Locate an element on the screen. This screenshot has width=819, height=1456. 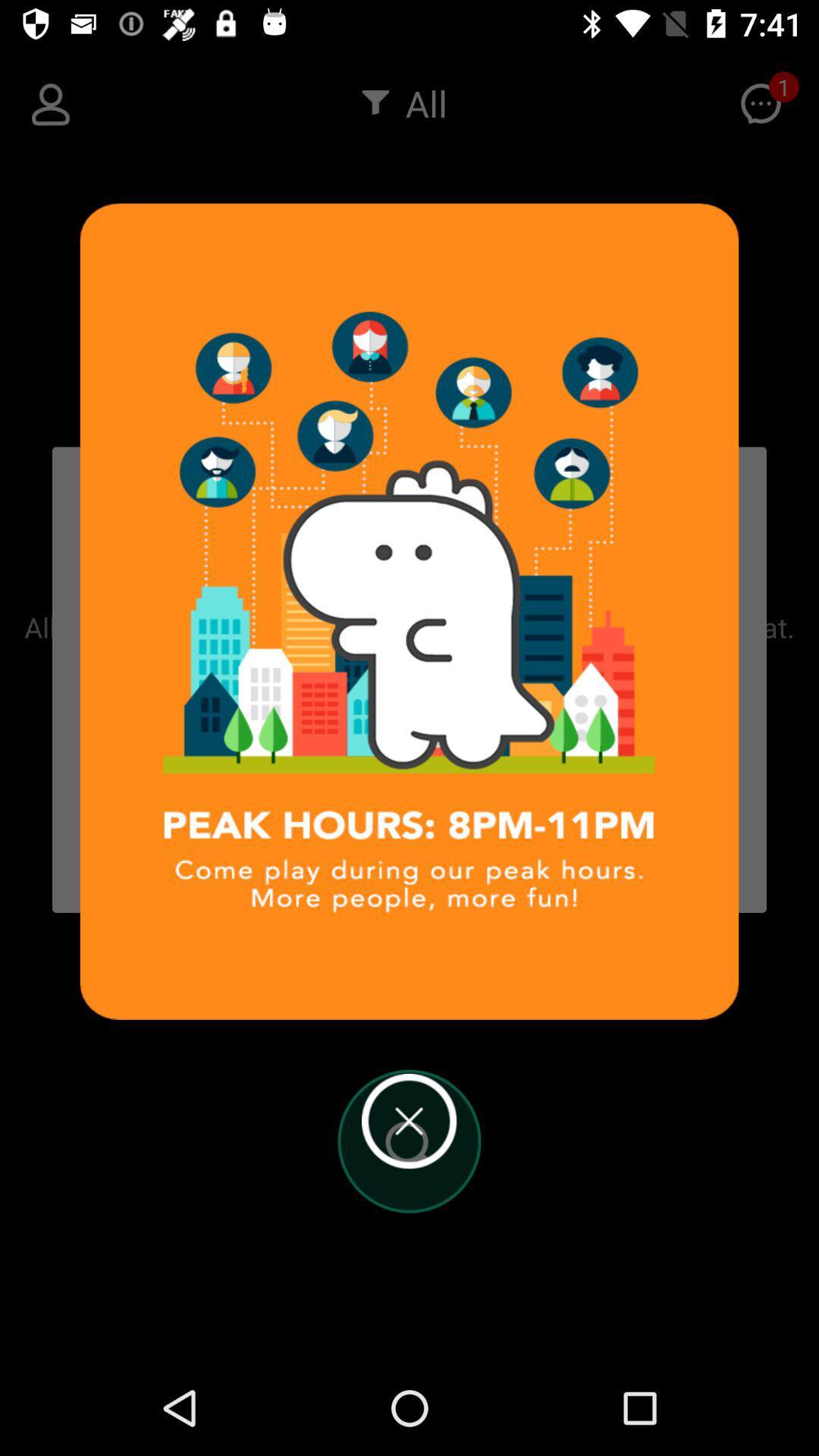
close is located at coordinates (408, 1121).